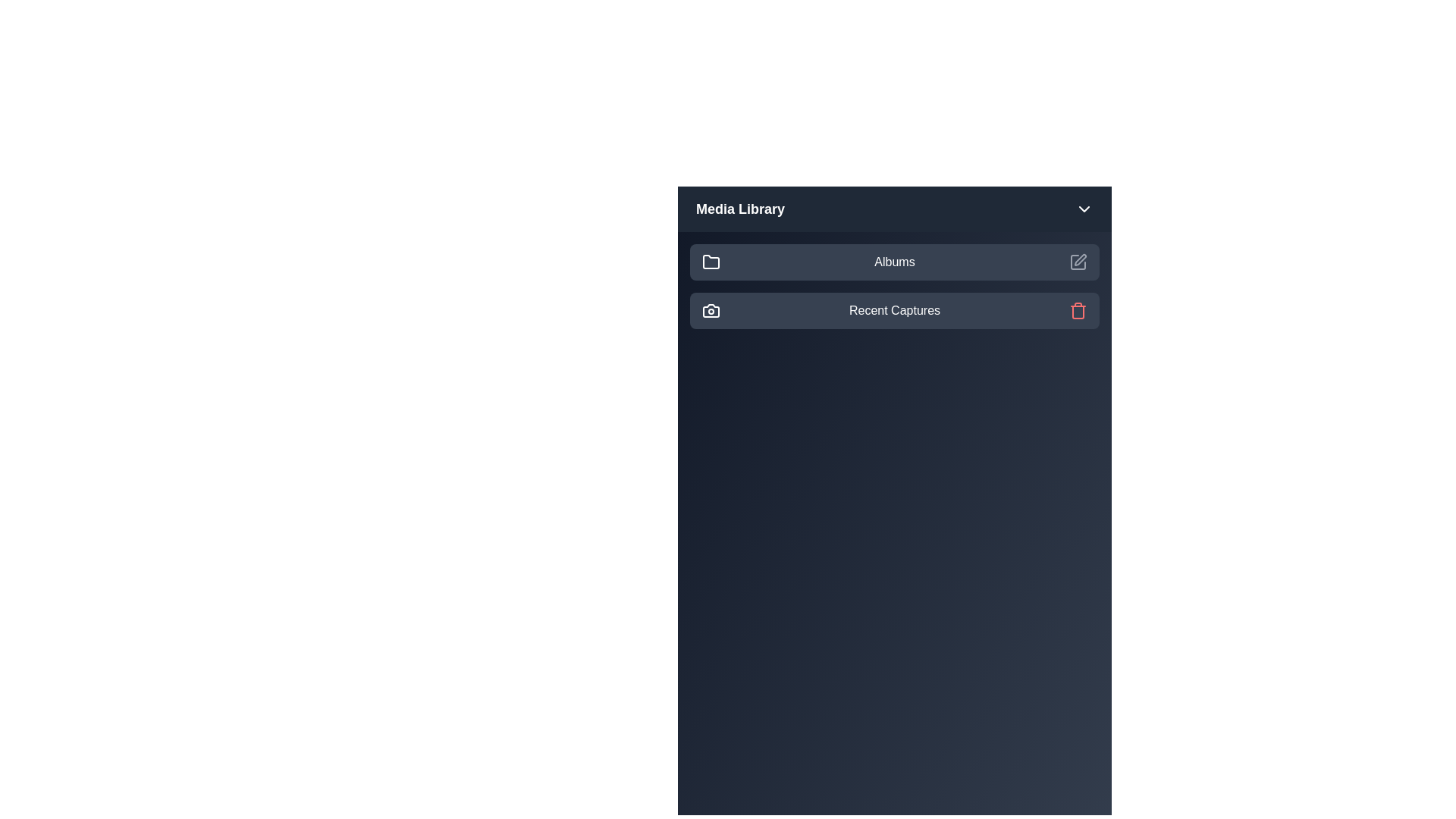  I want to click on the trash icon next to 'Recent Captures' to delete it, so click(1077, 309).